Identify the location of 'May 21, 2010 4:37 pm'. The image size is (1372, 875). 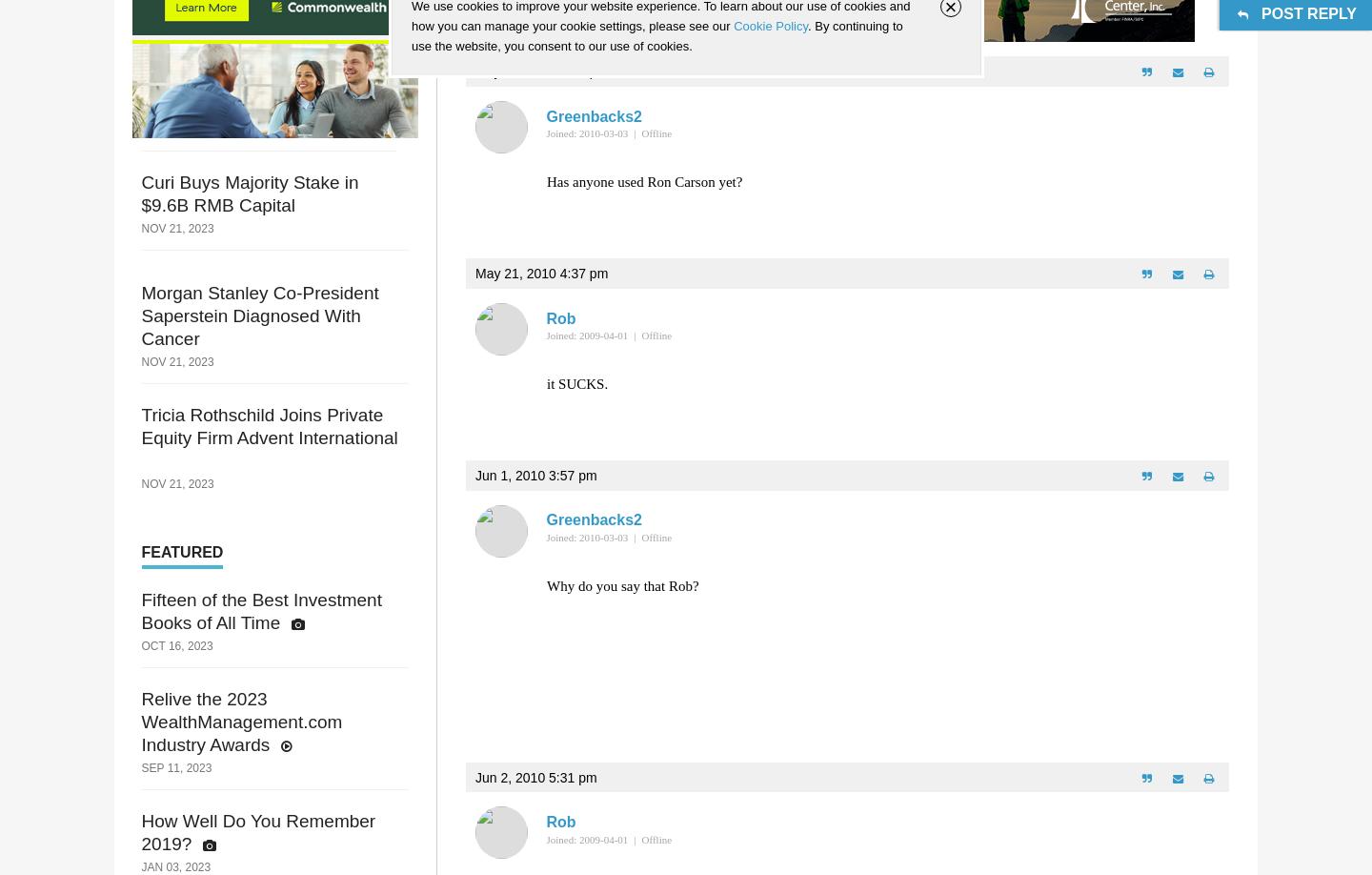
(541, 272).